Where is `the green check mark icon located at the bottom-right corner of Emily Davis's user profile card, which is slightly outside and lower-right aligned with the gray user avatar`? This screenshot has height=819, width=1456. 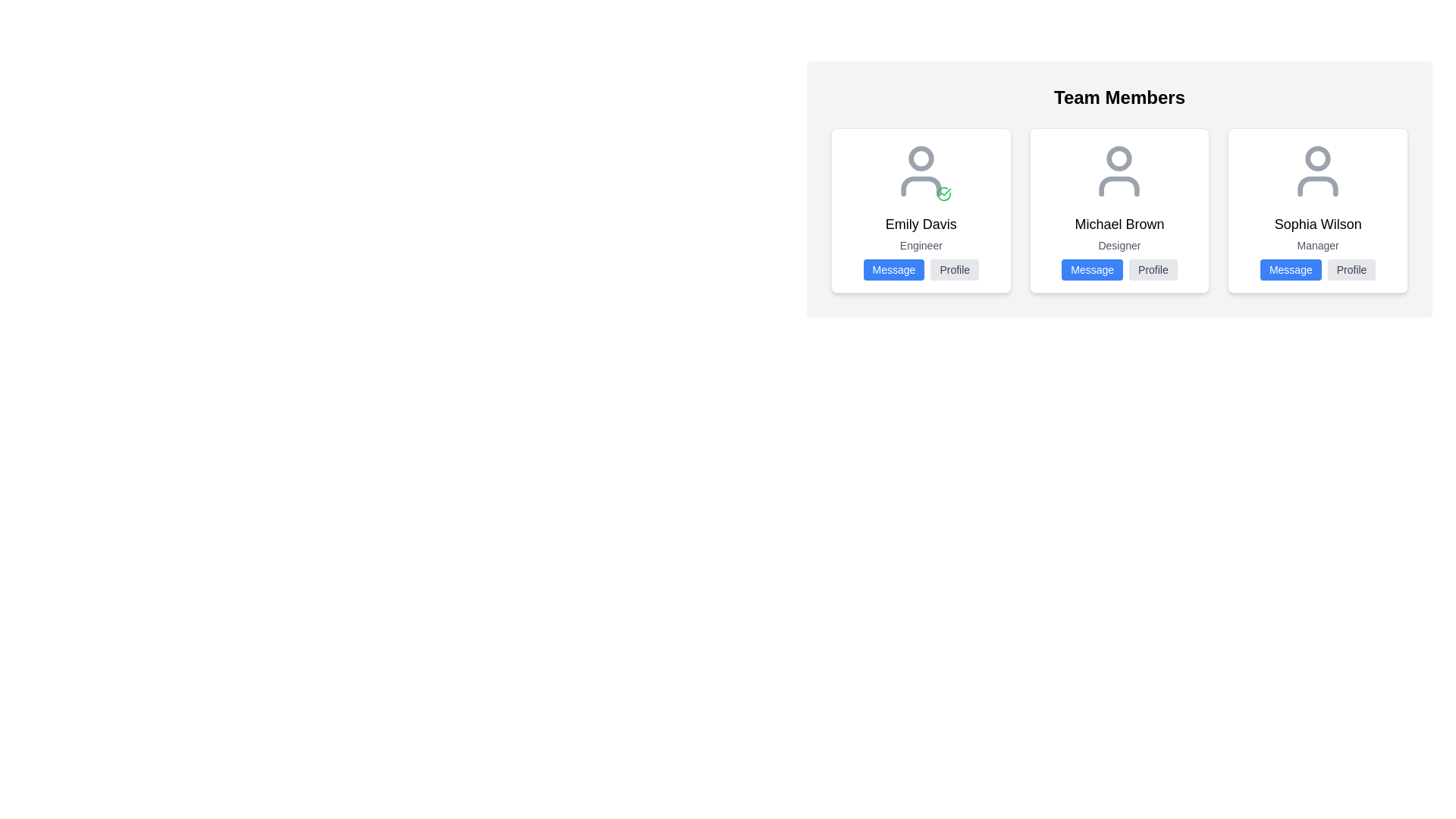 the green check mark icon located at the bottom-right corner of Emily Davis's user profile card, which is slightly outside and lower-right aligned with the gray user avatar is located at coordinates (943, 193).